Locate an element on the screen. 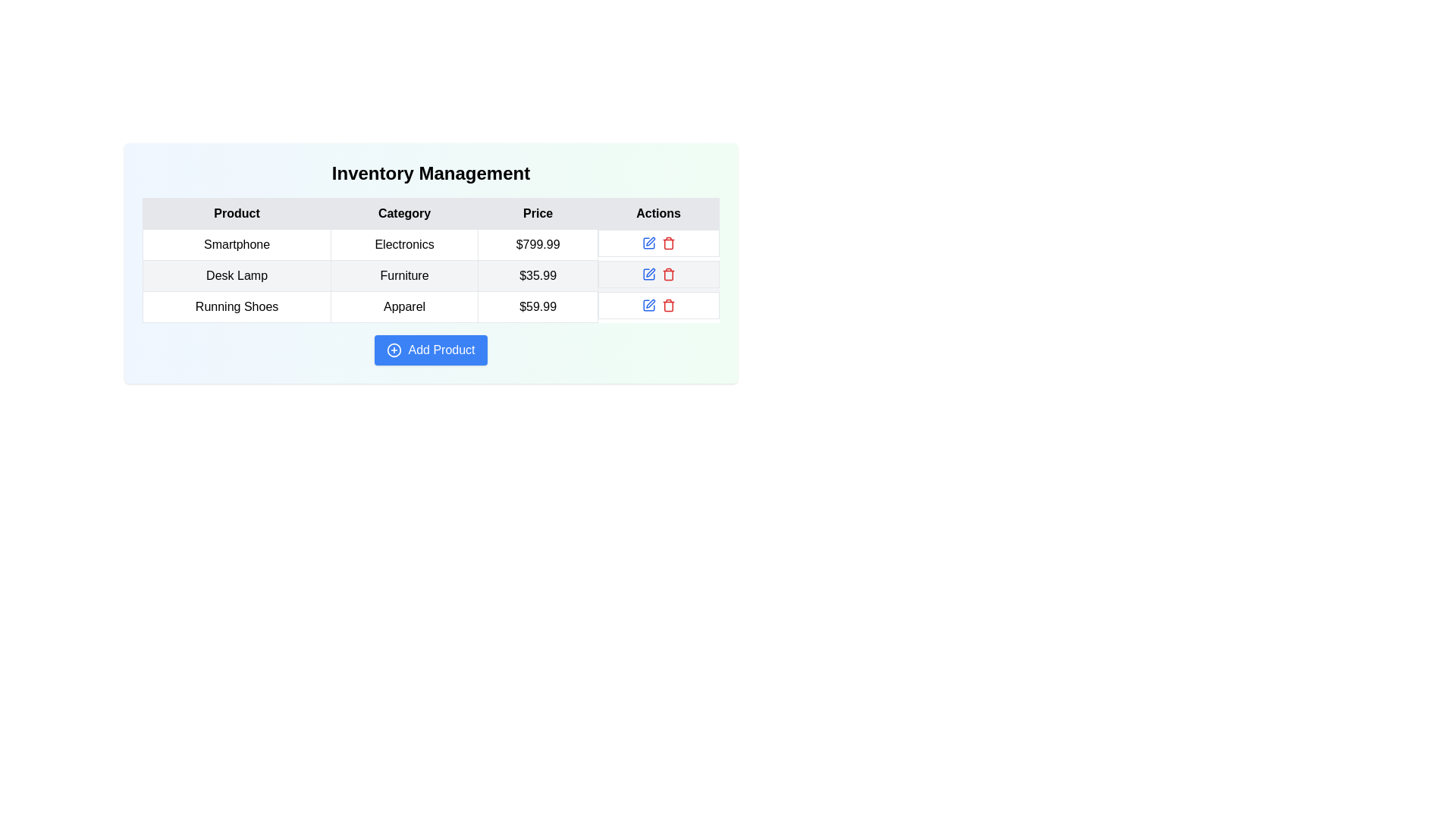  on the first row of the 'Category' column in the 'Inventory Management' table is located at coordinates (430, 262).